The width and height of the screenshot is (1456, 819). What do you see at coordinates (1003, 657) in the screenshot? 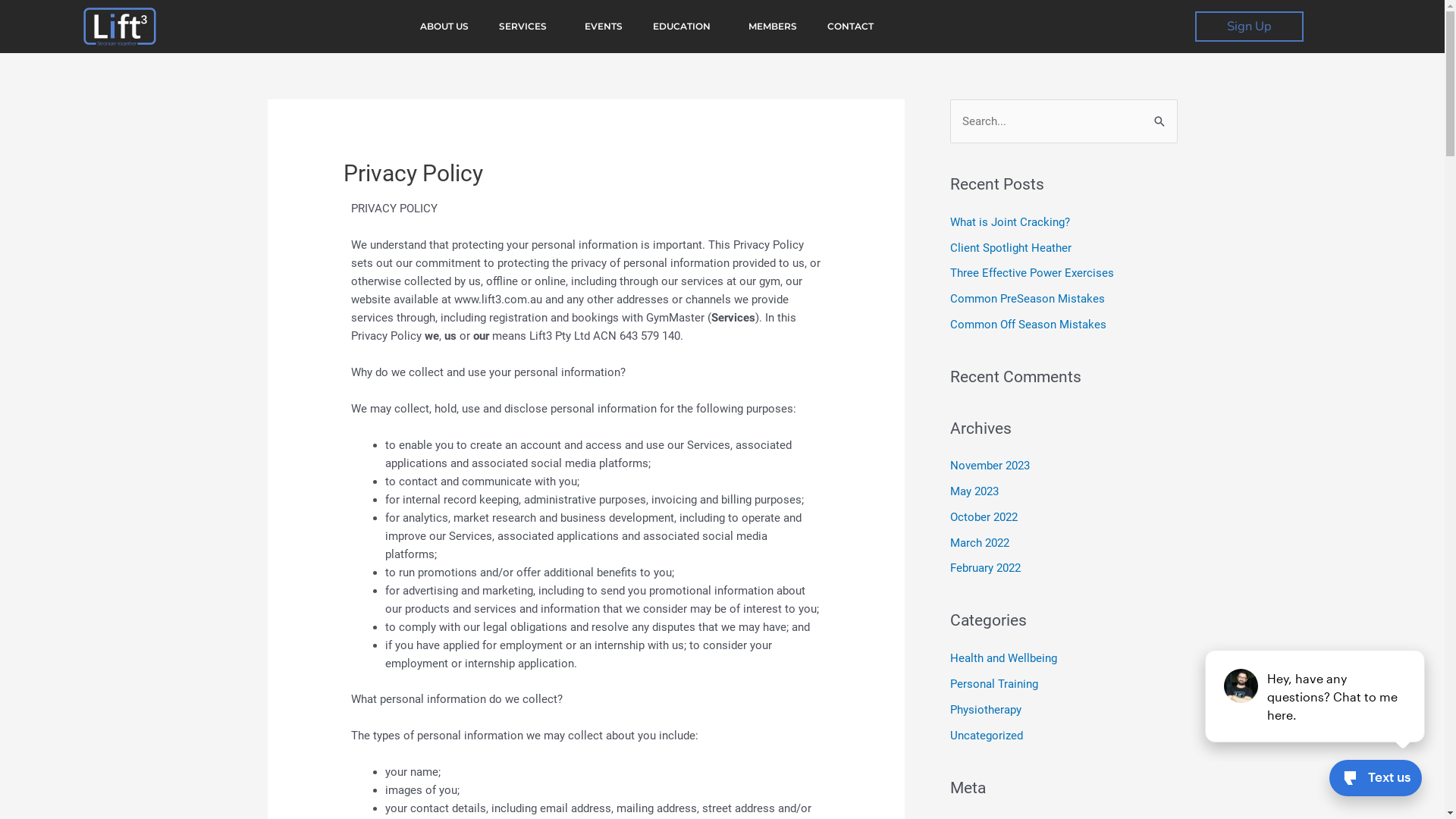
I see `'Health and Wellbeing'` at bounding box center [1003, 657].